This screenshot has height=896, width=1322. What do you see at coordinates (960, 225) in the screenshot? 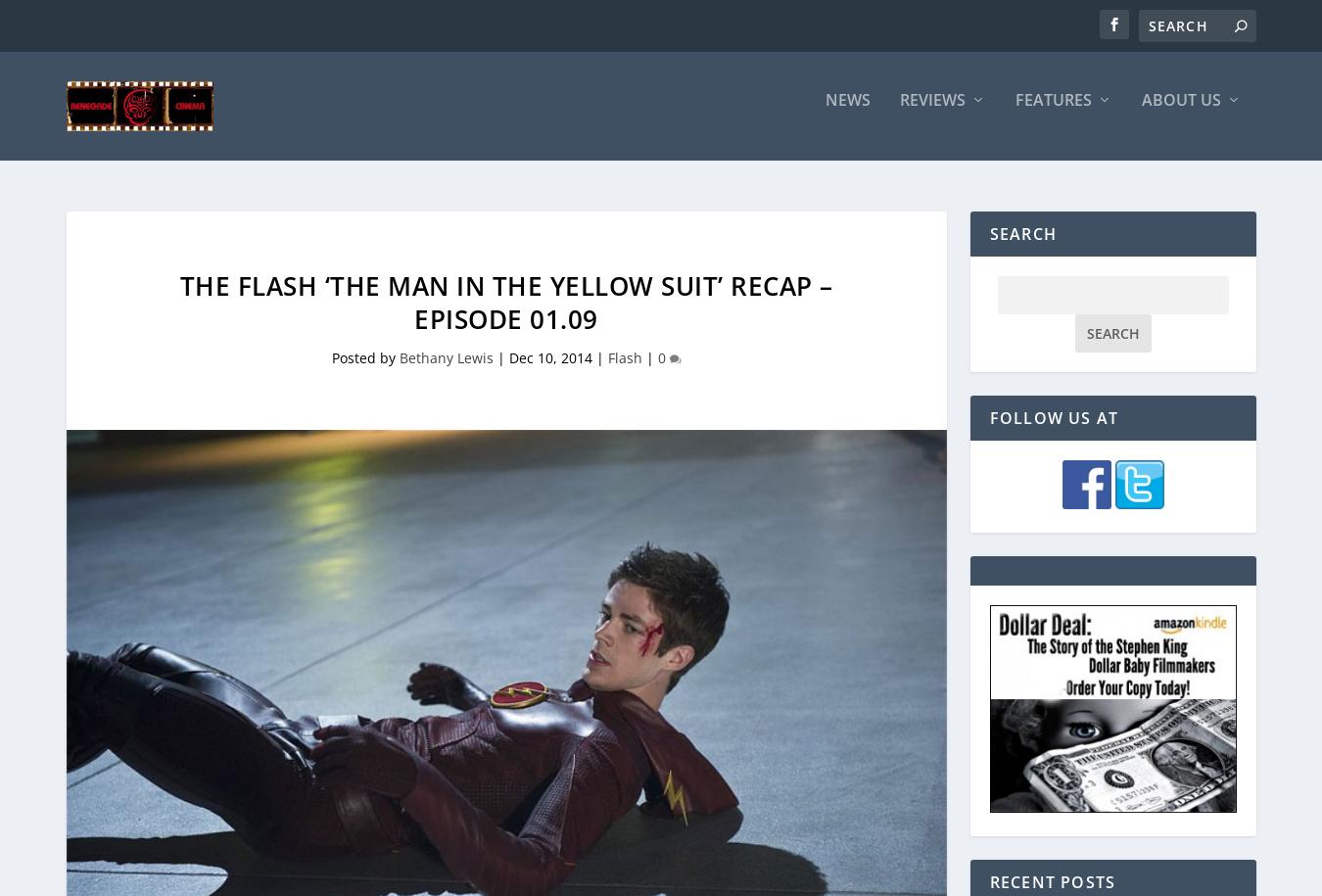
I see `'Movie Reviews'` at bounding box center [960, 225].